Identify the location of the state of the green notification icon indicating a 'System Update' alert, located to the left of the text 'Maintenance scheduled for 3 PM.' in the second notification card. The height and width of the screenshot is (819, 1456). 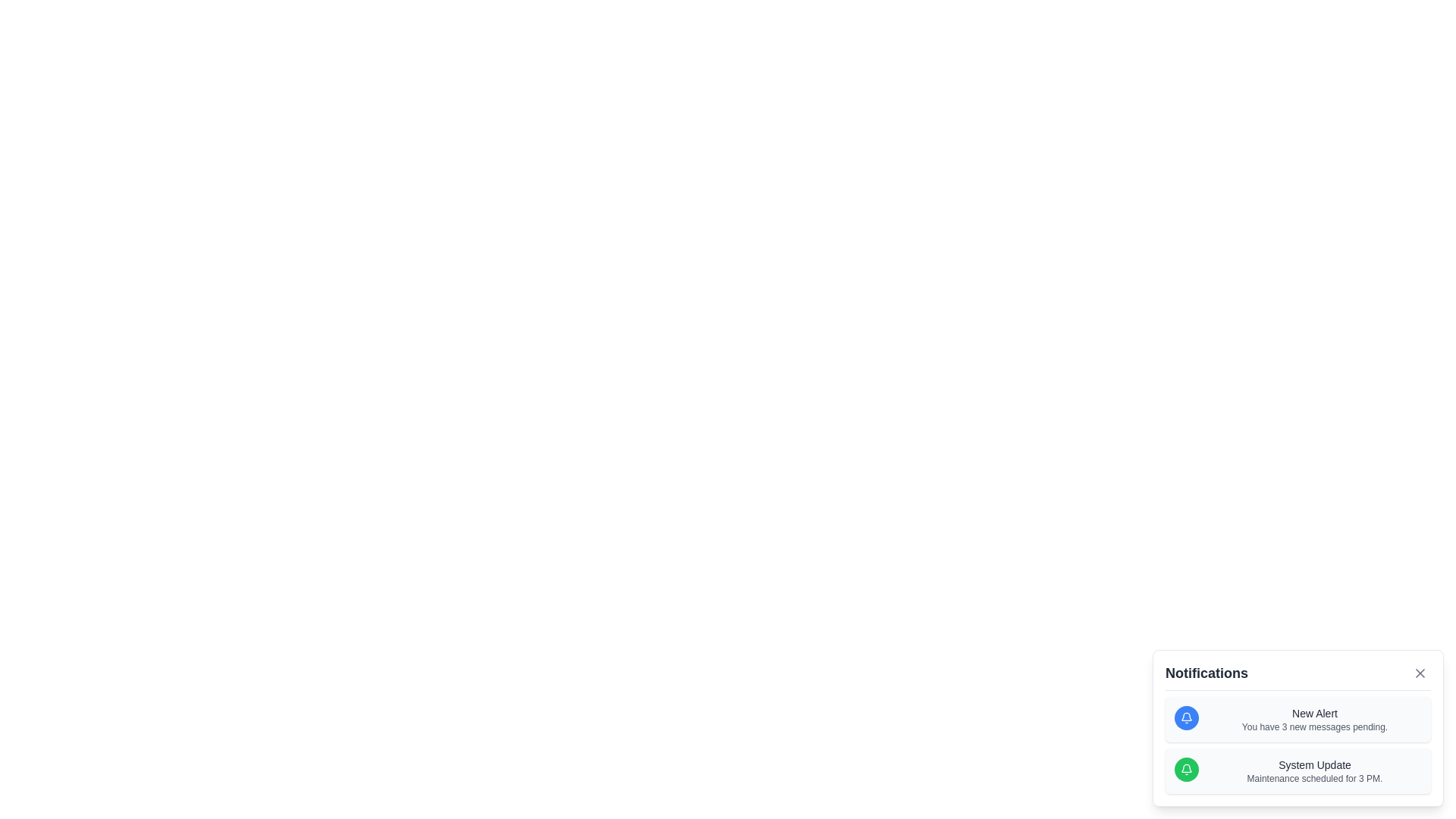
(1185, 769).